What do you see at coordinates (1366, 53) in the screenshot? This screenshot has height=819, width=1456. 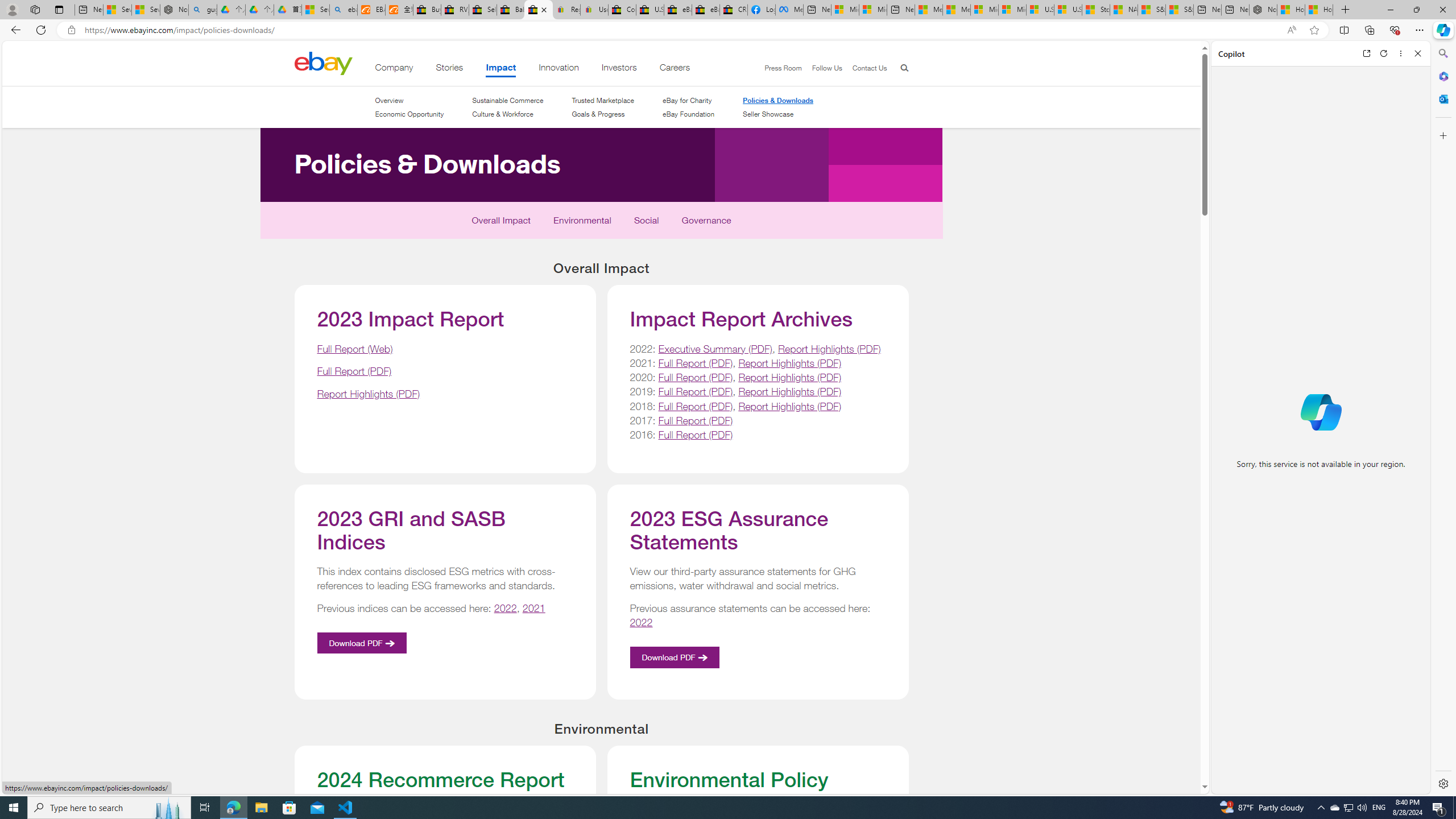 I see `'Open link in new tab'` at bounding box center [1366, 53].